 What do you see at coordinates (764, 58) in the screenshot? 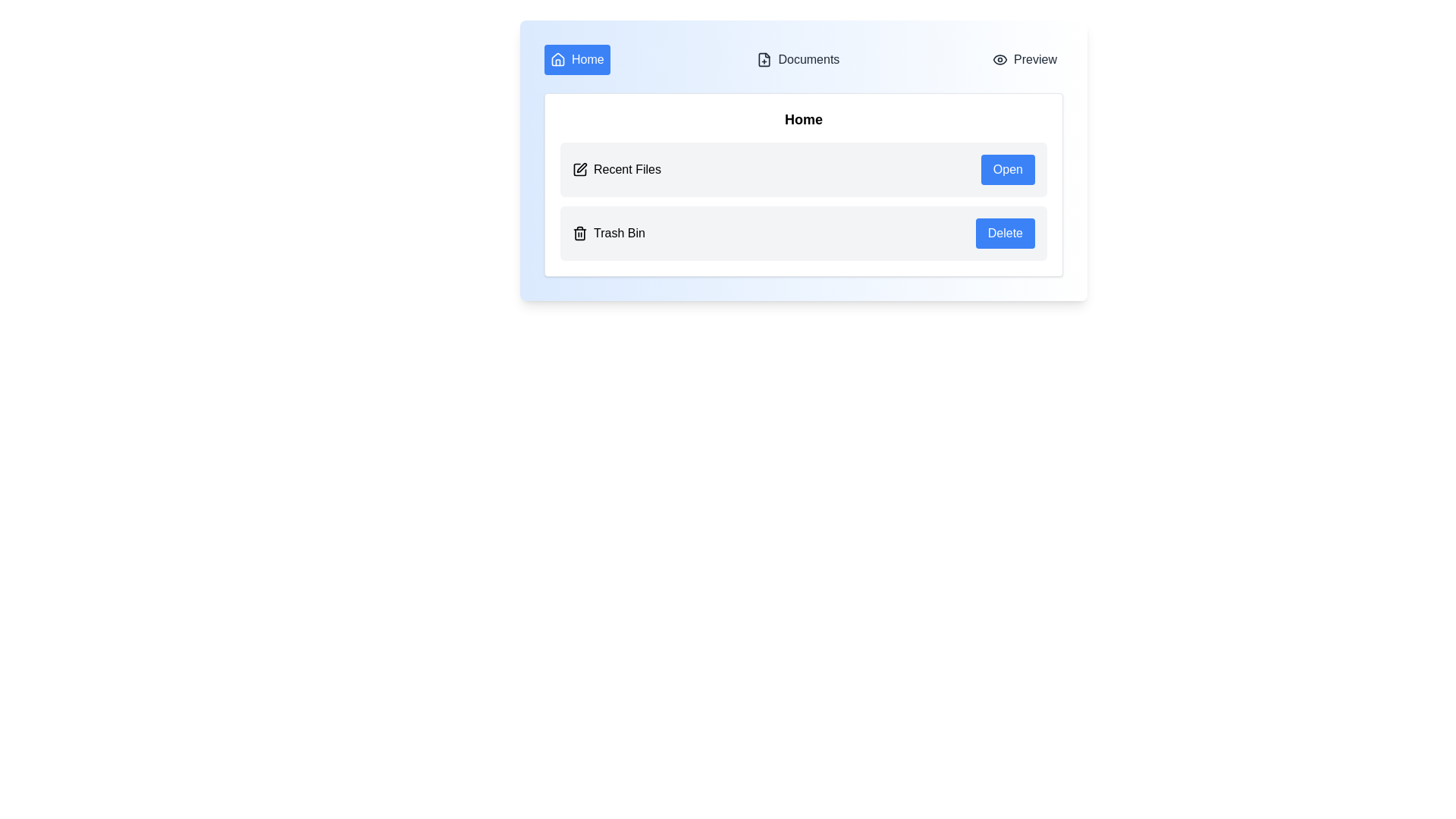
I see `the 'Documents' SVG icon located in the navigation bar at the top-center of the interface, positioned to the left of the 'Documents' text label` at bounding box center [764, 58].